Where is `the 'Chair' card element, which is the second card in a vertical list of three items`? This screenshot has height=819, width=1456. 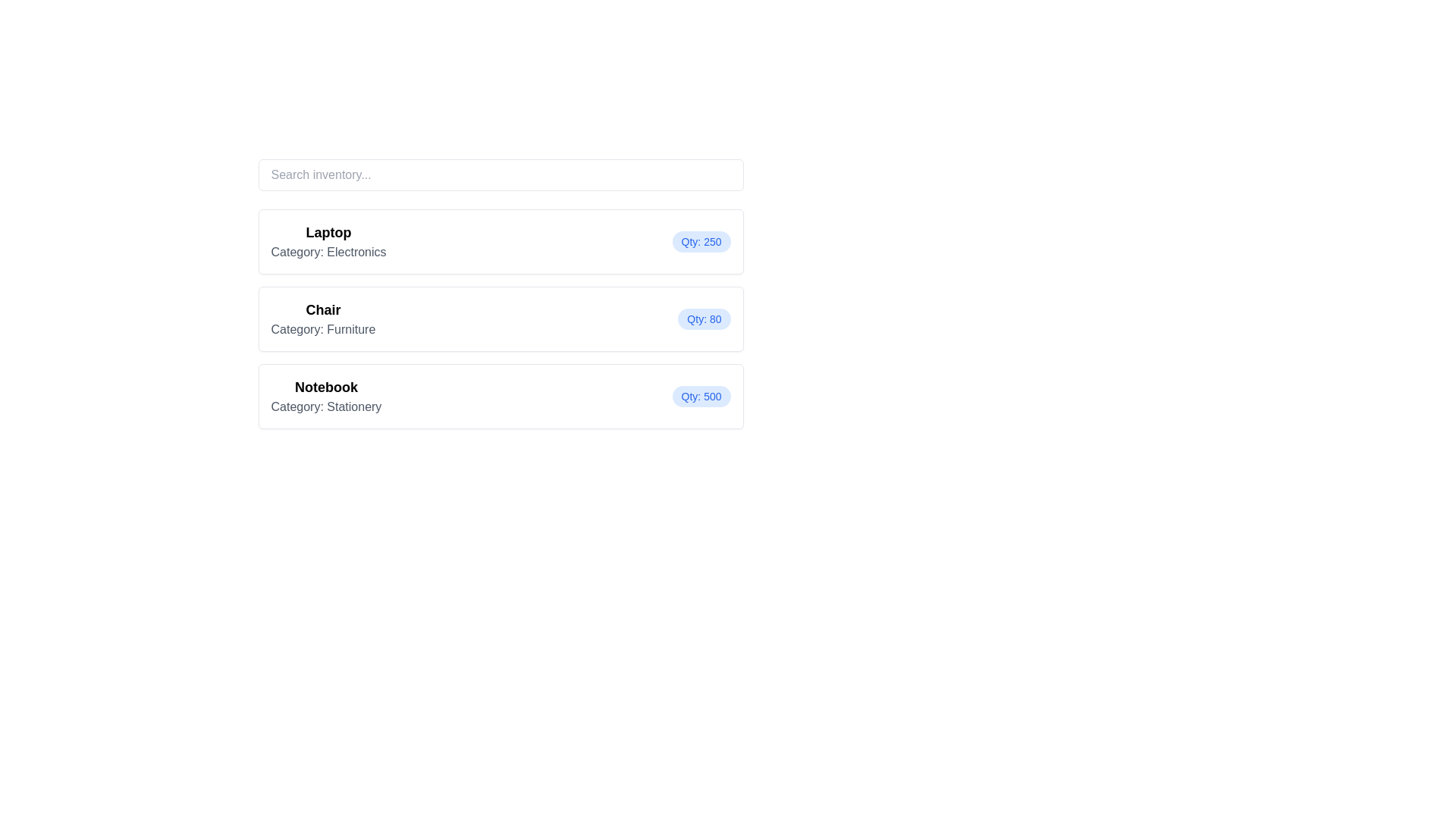
the 'Chair' card element, which is the second card in a vertical list of three items is located at coordinates (500, 294).